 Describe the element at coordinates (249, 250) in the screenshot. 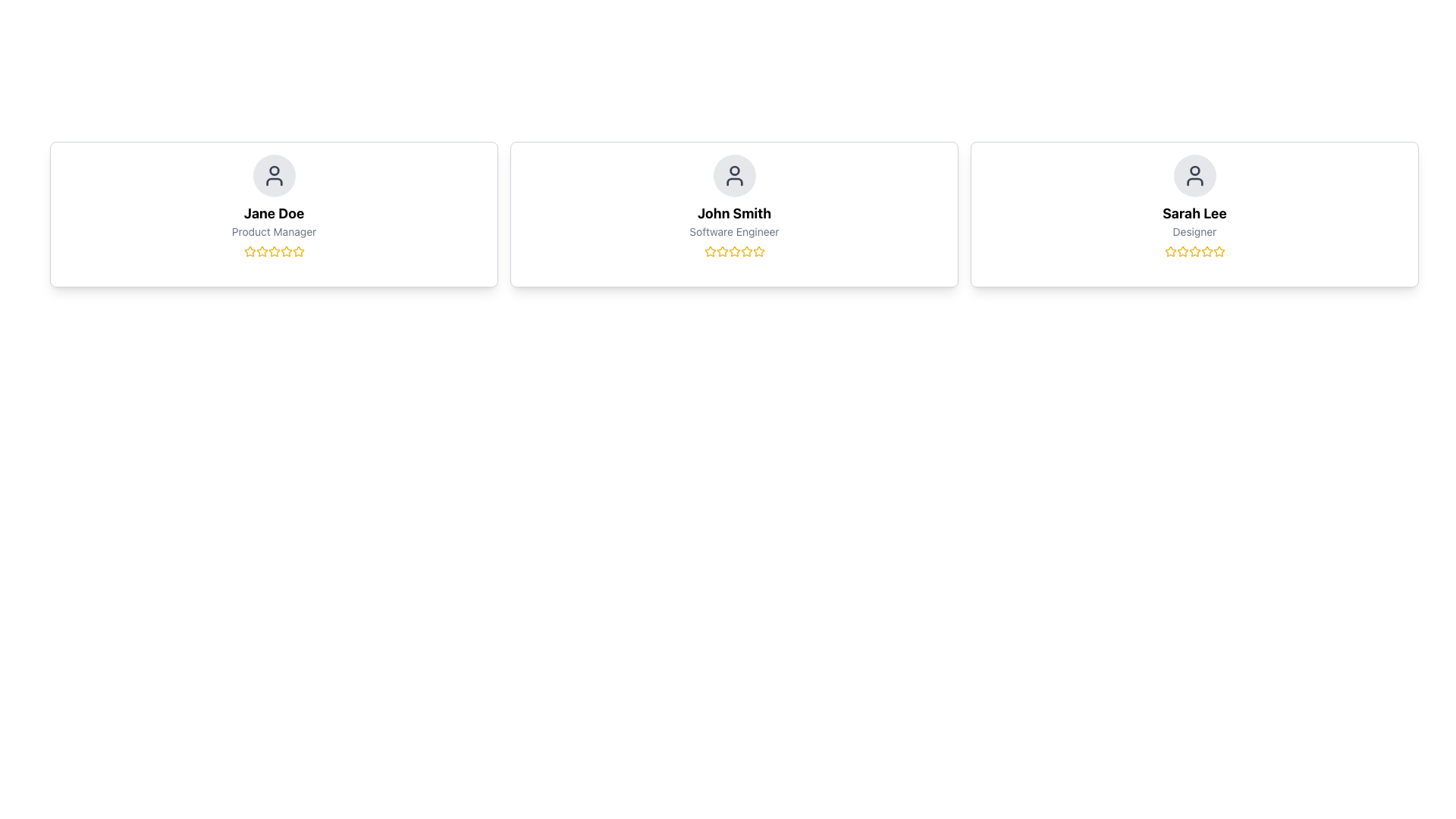

I see `the first star icon to rate it, which represents the first rating level in a set of five stars under 'Jane Doe', 'Product Manager'` at that location.